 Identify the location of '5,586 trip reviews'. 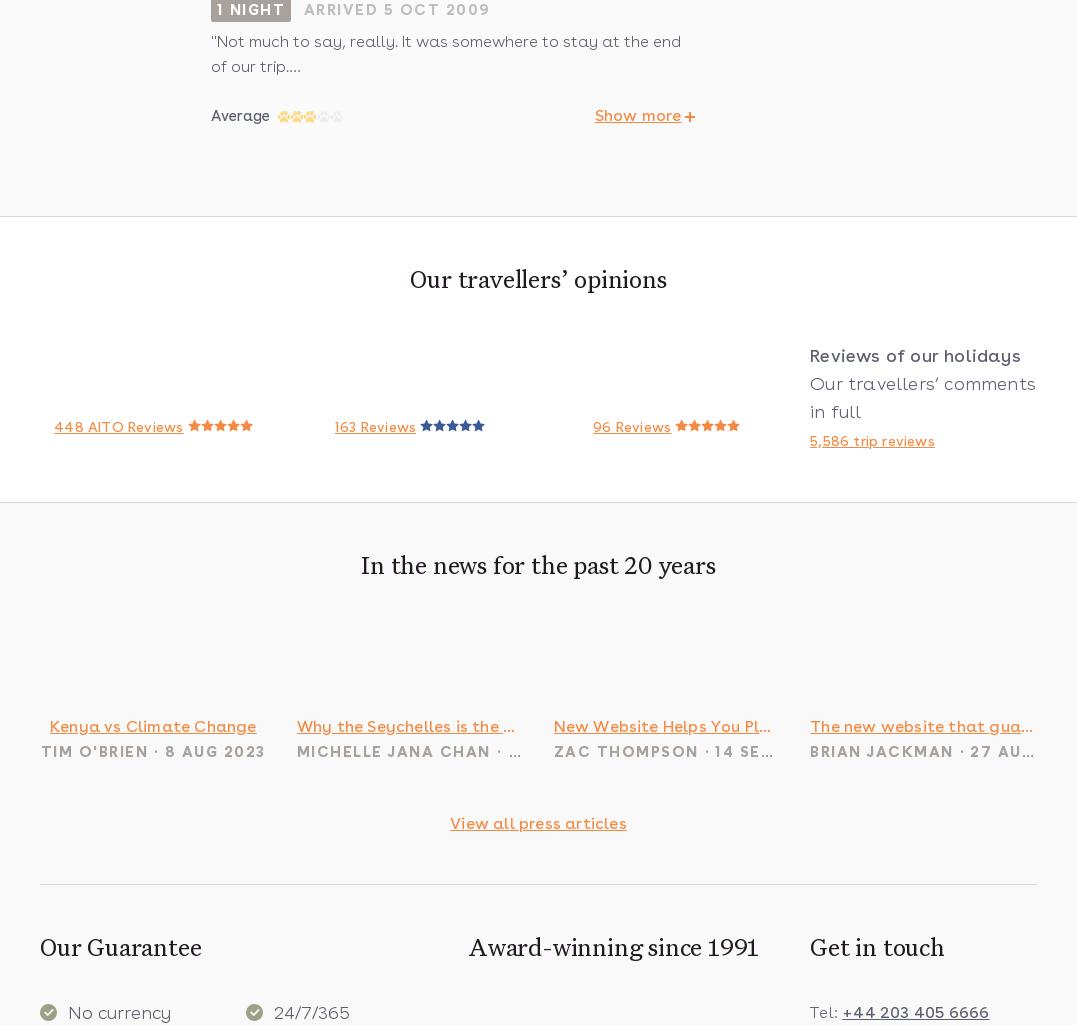
(872, 439).